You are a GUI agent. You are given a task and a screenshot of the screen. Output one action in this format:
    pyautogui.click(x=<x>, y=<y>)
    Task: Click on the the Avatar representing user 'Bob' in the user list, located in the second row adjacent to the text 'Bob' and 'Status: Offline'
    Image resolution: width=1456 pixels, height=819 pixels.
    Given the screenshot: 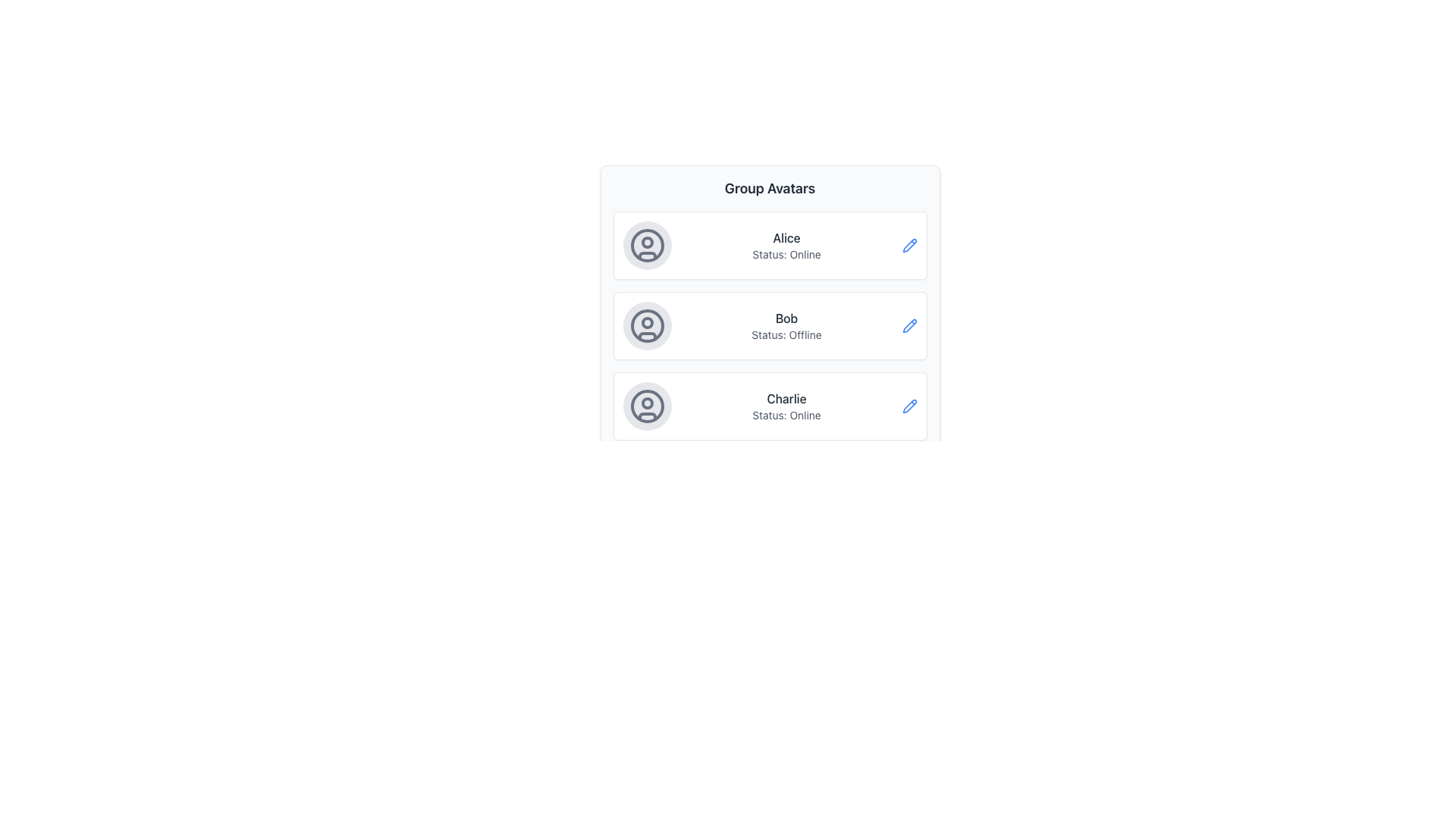 What is the action you would take?
    pyautogui.click(x=647, y=325)
    